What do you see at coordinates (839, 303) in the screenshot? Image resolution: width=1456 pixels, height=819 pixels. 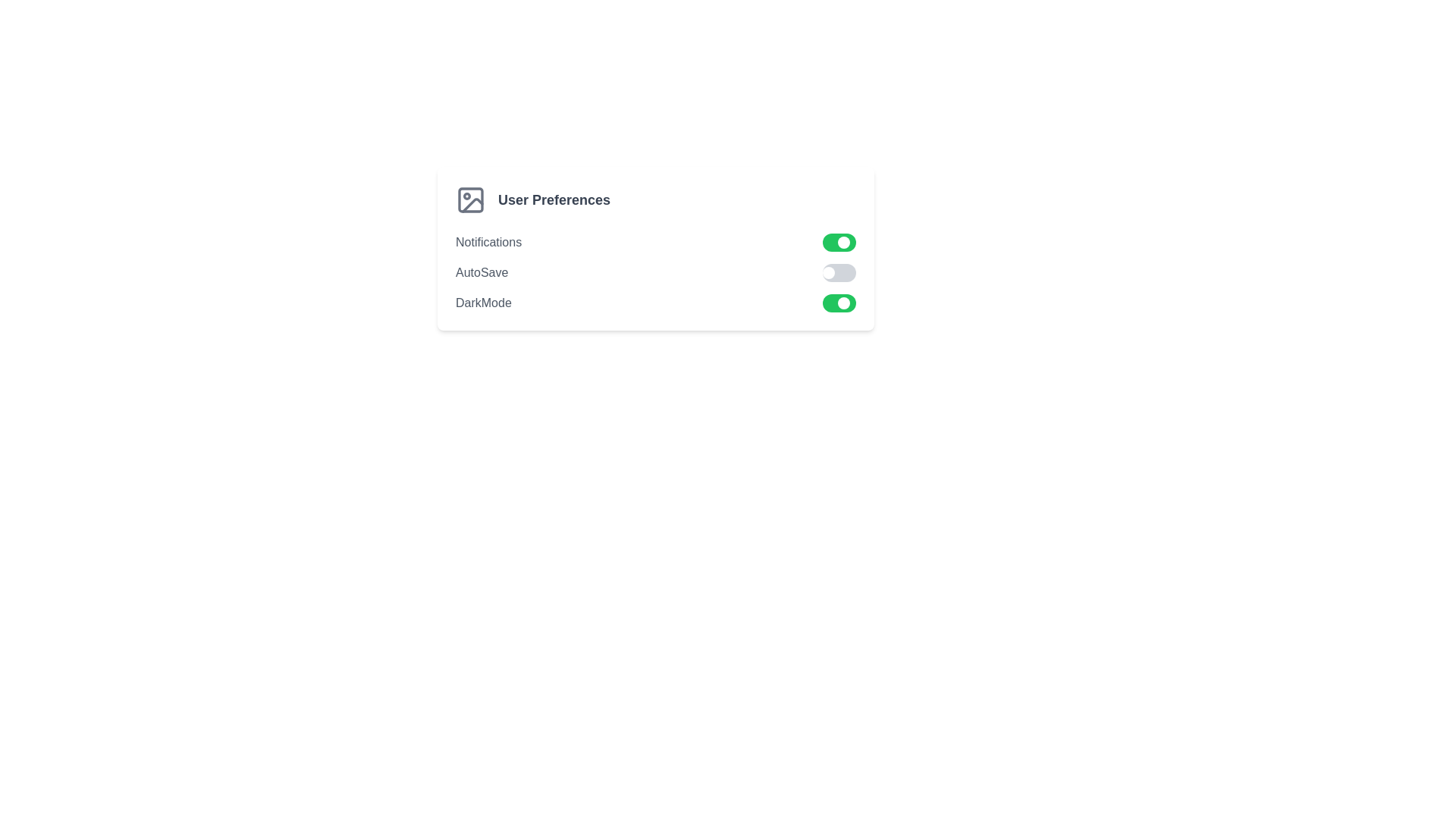 I see `the toggle switch for 'DarkMode', which is styled as a rounded rectangle with a green background and a small white circular handle` at bounding box center [839, 303].